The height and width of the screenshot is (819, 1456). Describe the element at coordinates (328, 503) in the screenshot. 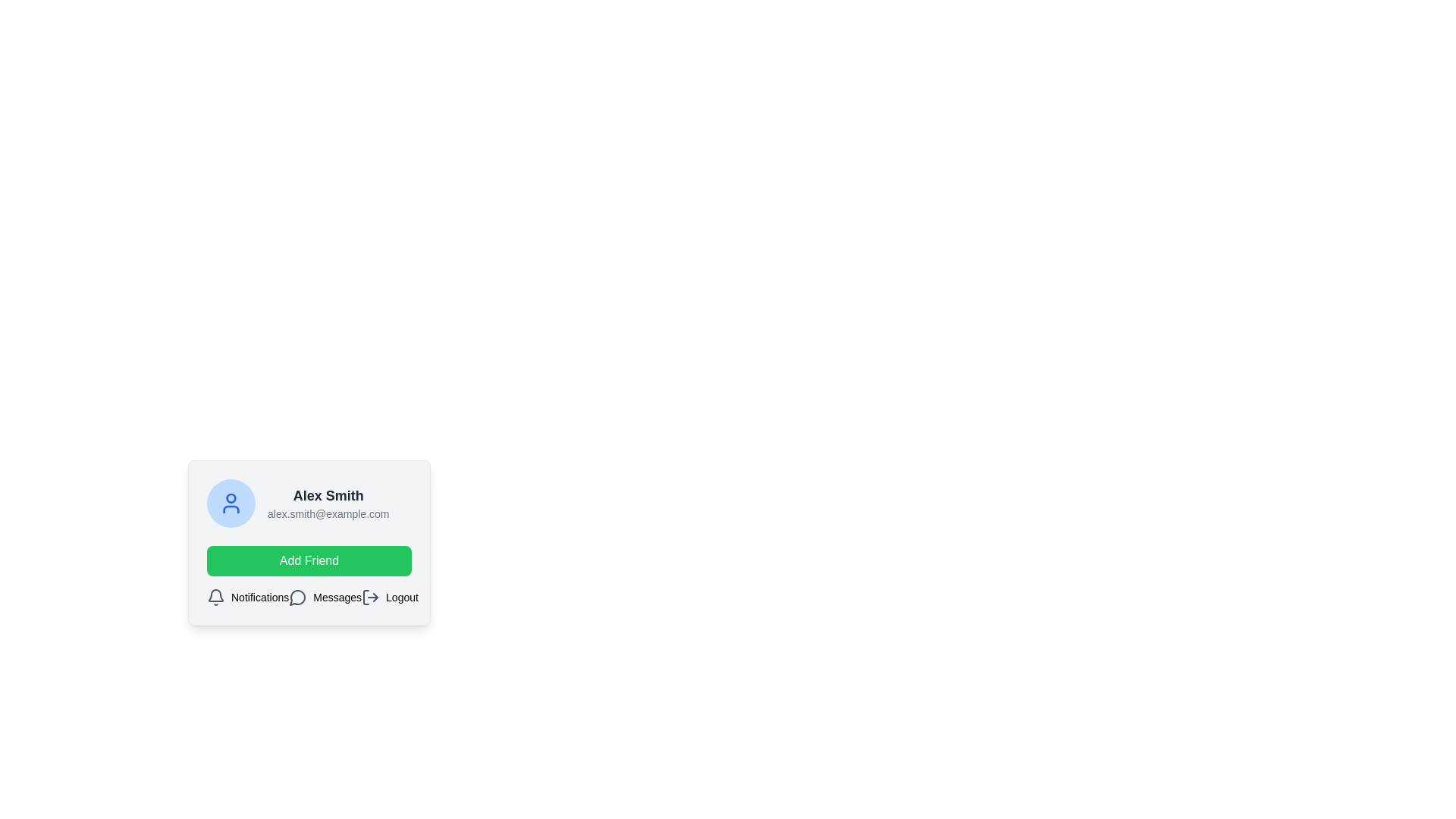

I see `the Text display block that shows the user's name and contact email, located in the top section of a small card-like interface to potentially reveal additional information` at that location.